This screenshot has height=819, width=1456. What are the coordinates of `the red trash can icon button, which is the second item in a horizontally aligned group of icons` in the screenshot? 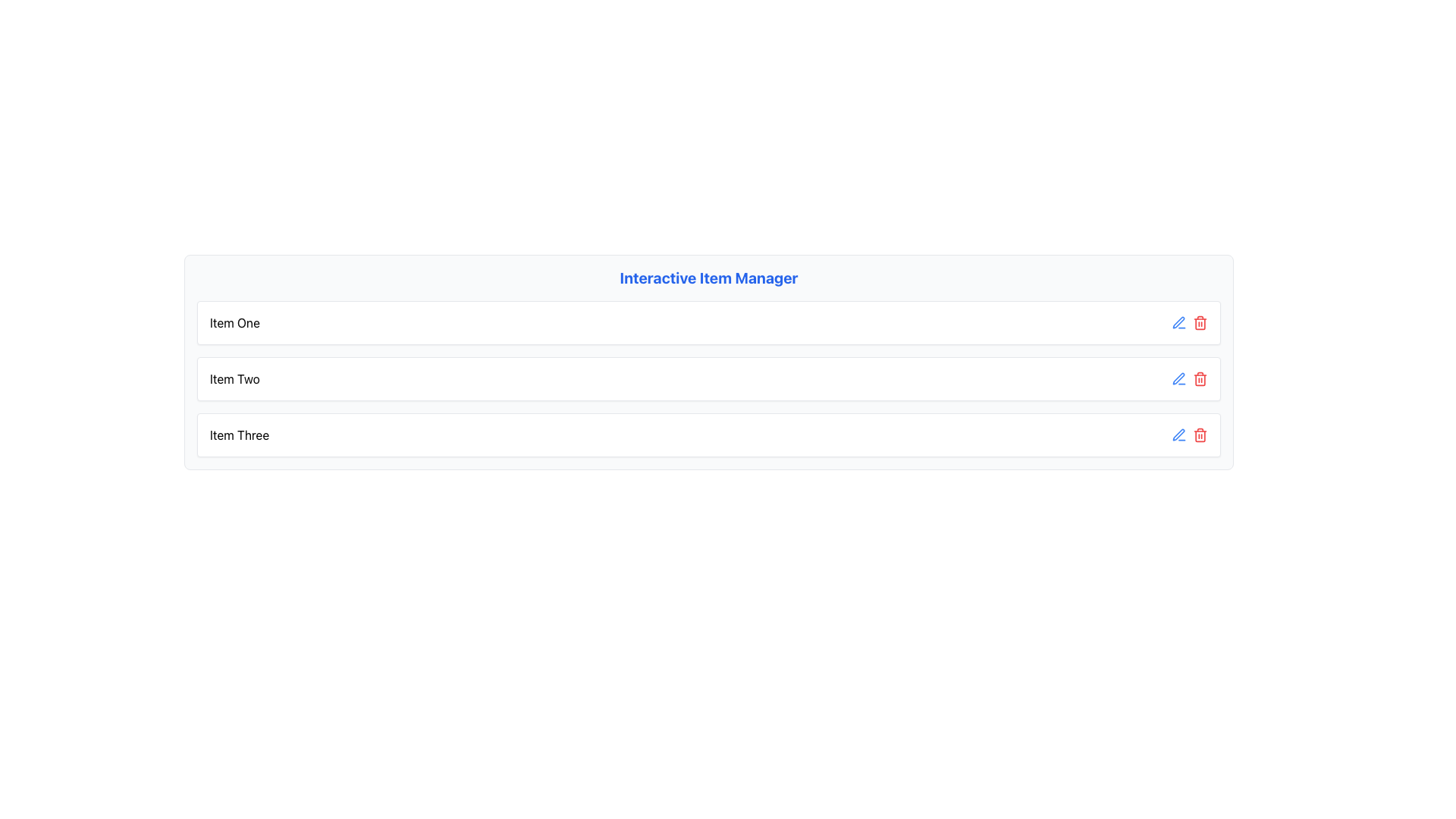 It's located at (1200, 435).